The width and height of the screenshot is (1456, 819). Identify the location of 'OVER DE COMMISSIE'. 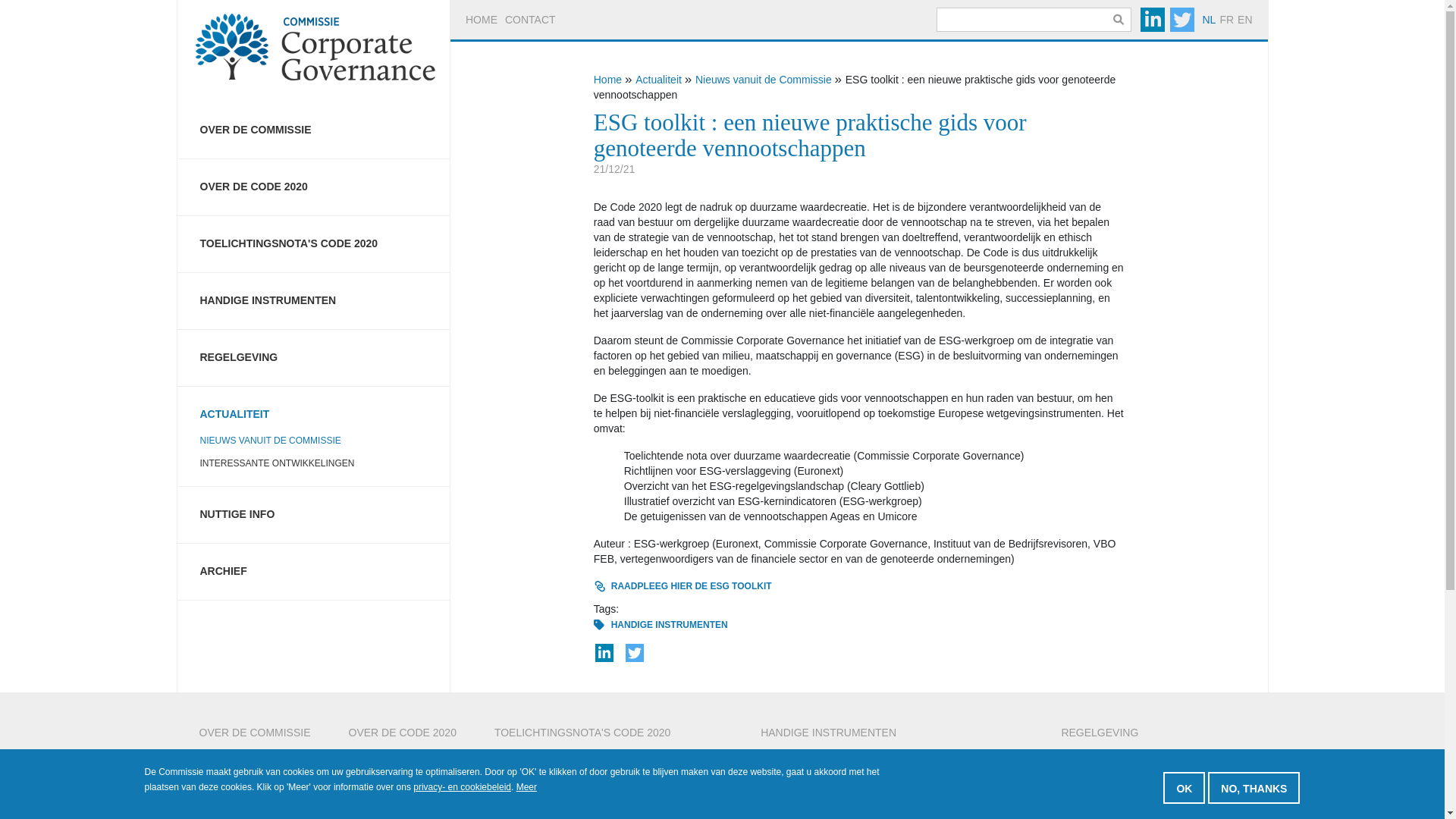
(312, 130).